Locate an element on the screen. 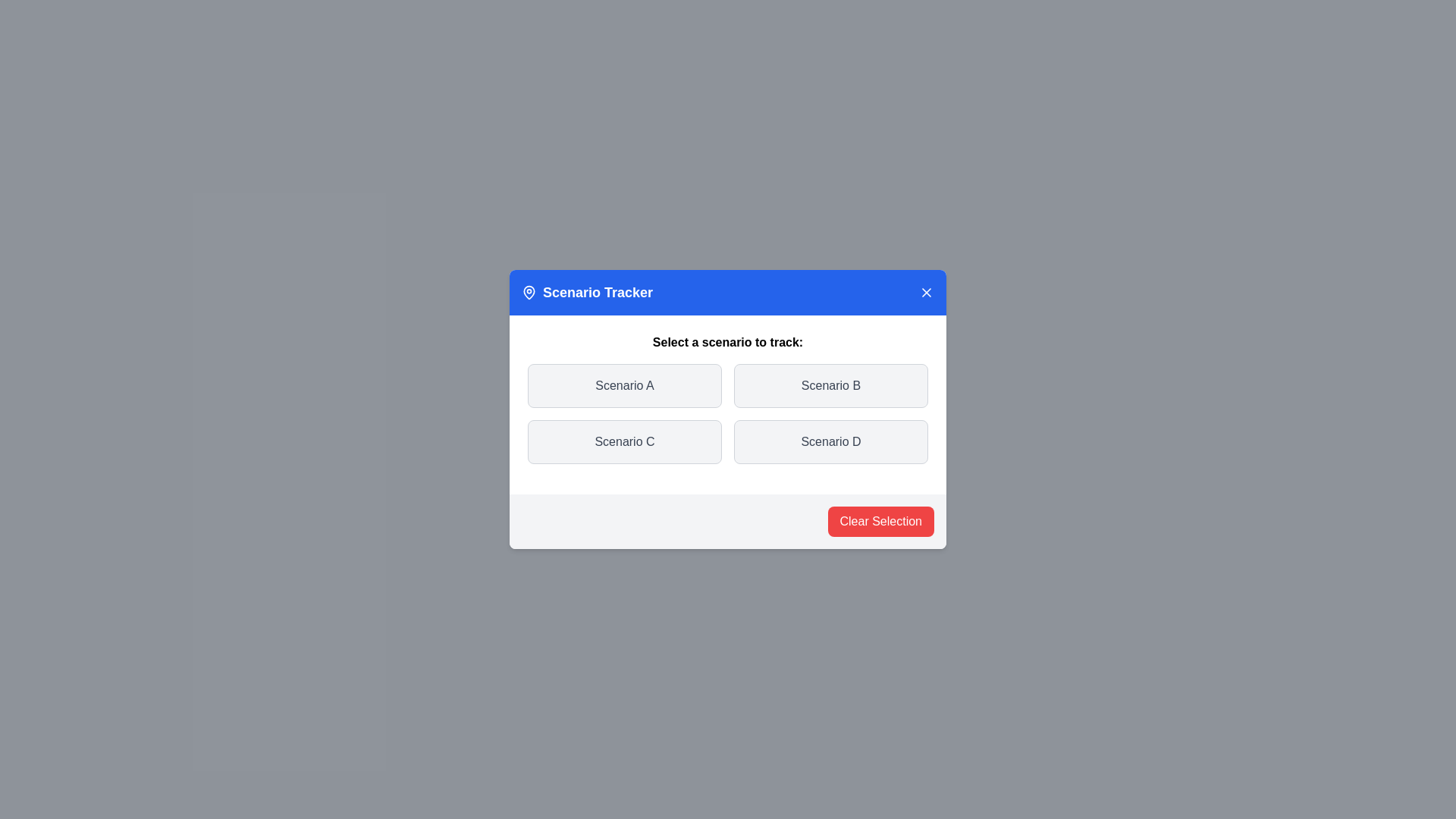  'Clear Selection' button to clear the selected scenario is located at coordinates (880, 520).